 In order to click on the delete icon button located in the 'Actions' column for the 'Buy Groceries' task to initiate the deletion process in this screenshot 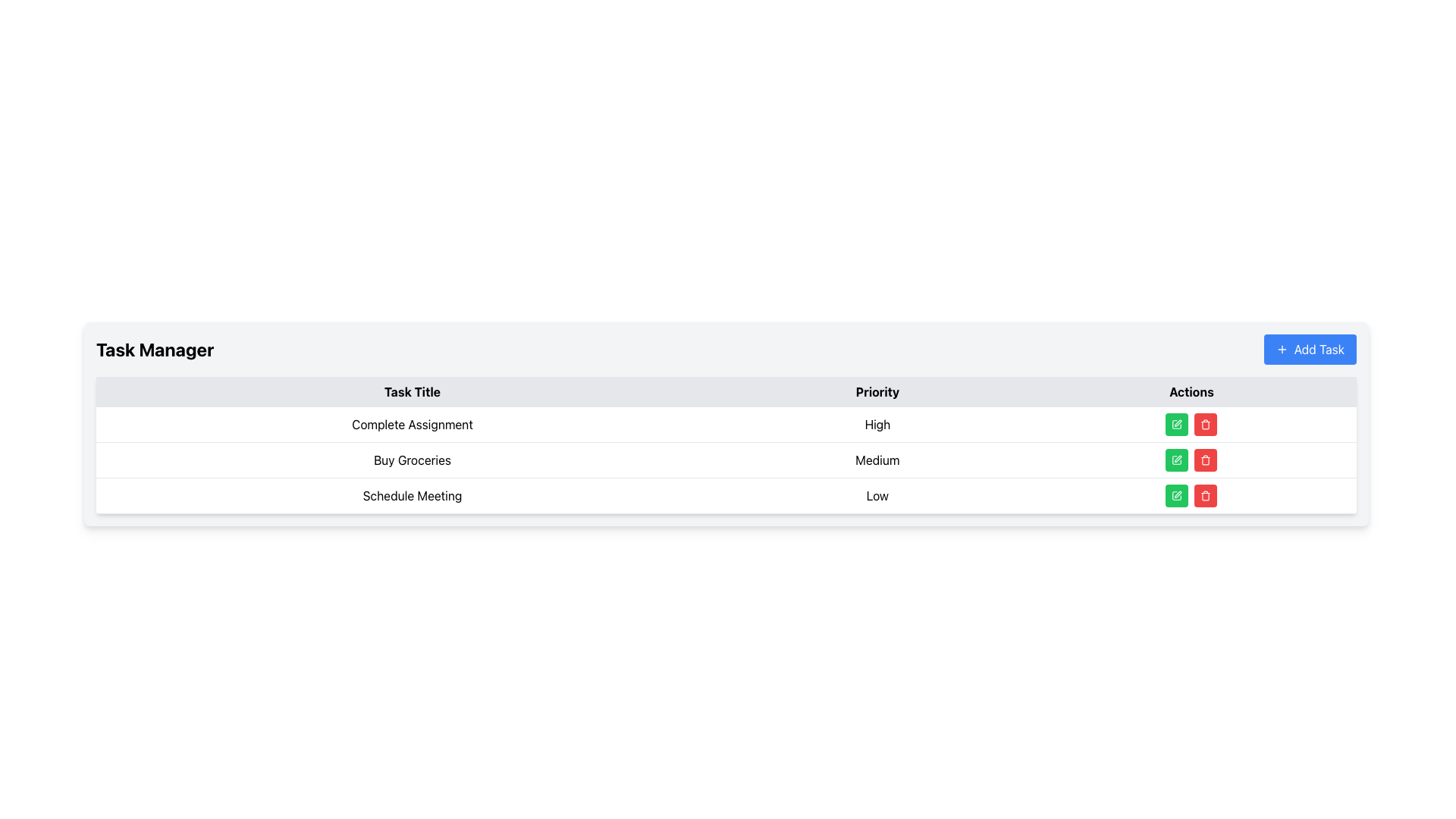, I will do `click(1205, 459)`.